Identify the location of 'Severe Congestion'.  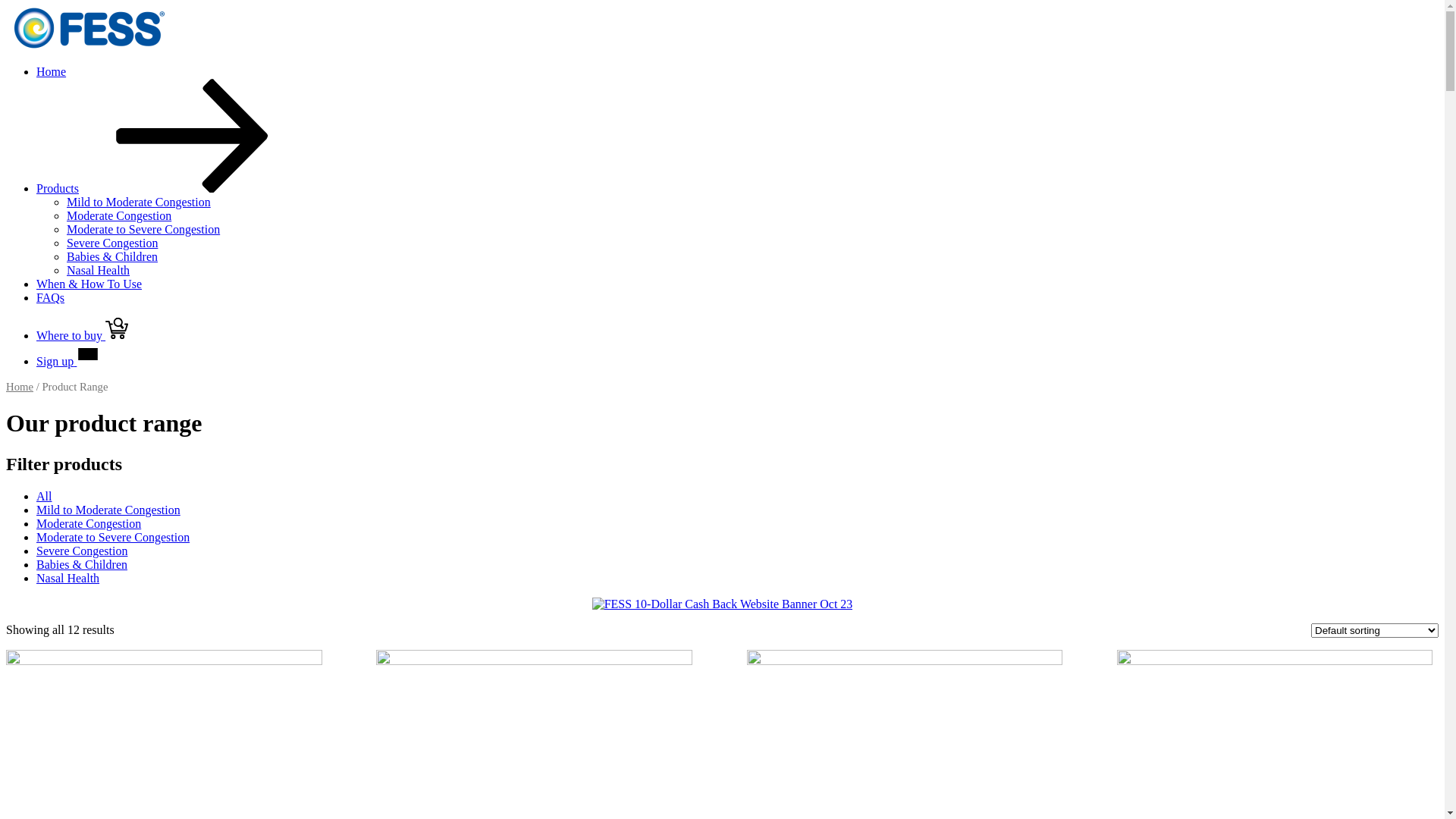
(80, 551).